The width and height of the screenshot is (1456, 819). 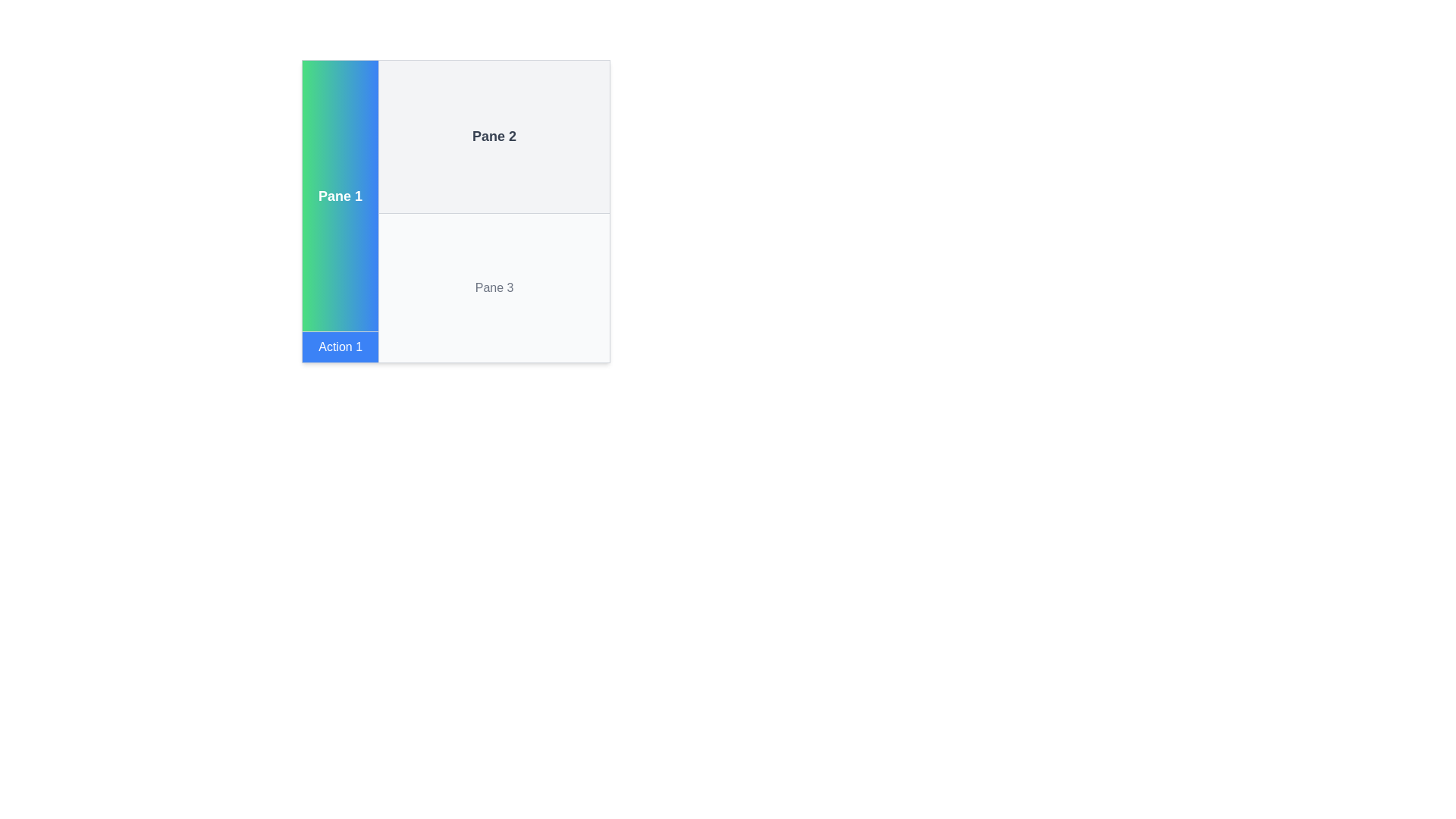 What do you see at coordinates (340, 347) in the screenshot?
I see `the button labeled 'Action 1' located at the bottom of the left-aligned vertical panel 'Pane 1'` at bounding box center [340, 347].